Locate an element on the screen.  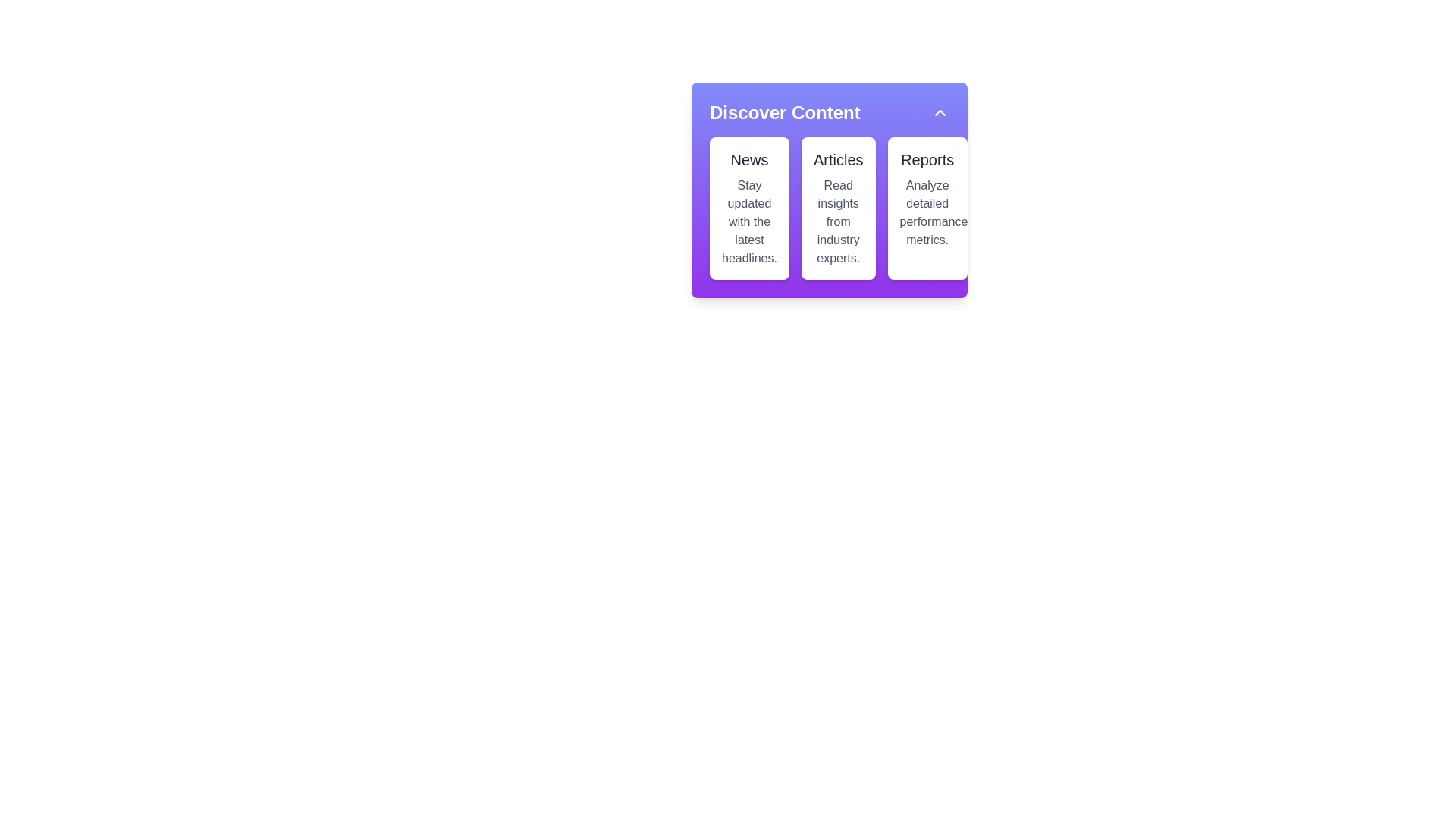
the text label that serves as a title for the card titled 'Articles', which is centrally located in the second column under 'Discover Content' is located at coordinates (837, 160).